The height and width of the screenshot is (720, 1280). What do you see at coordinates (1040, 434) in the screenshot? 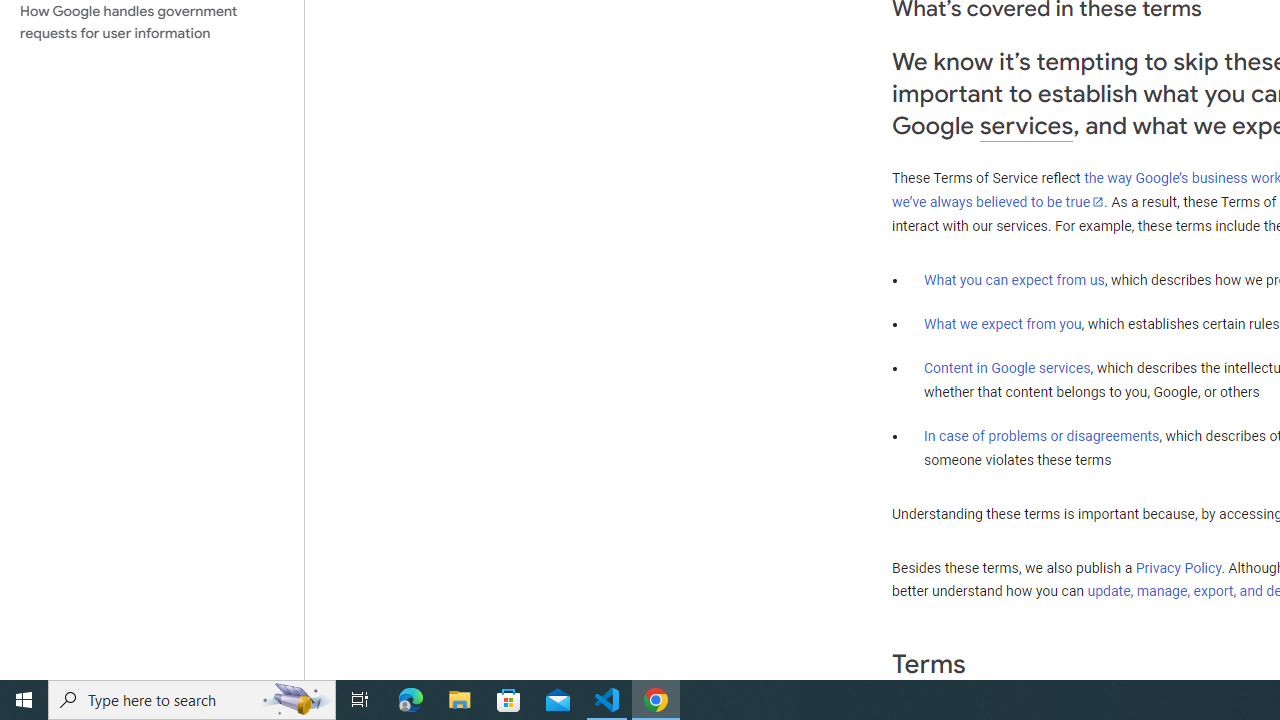
I see `'In case of problems or disagreements'` at bounding box center [1040, 434].